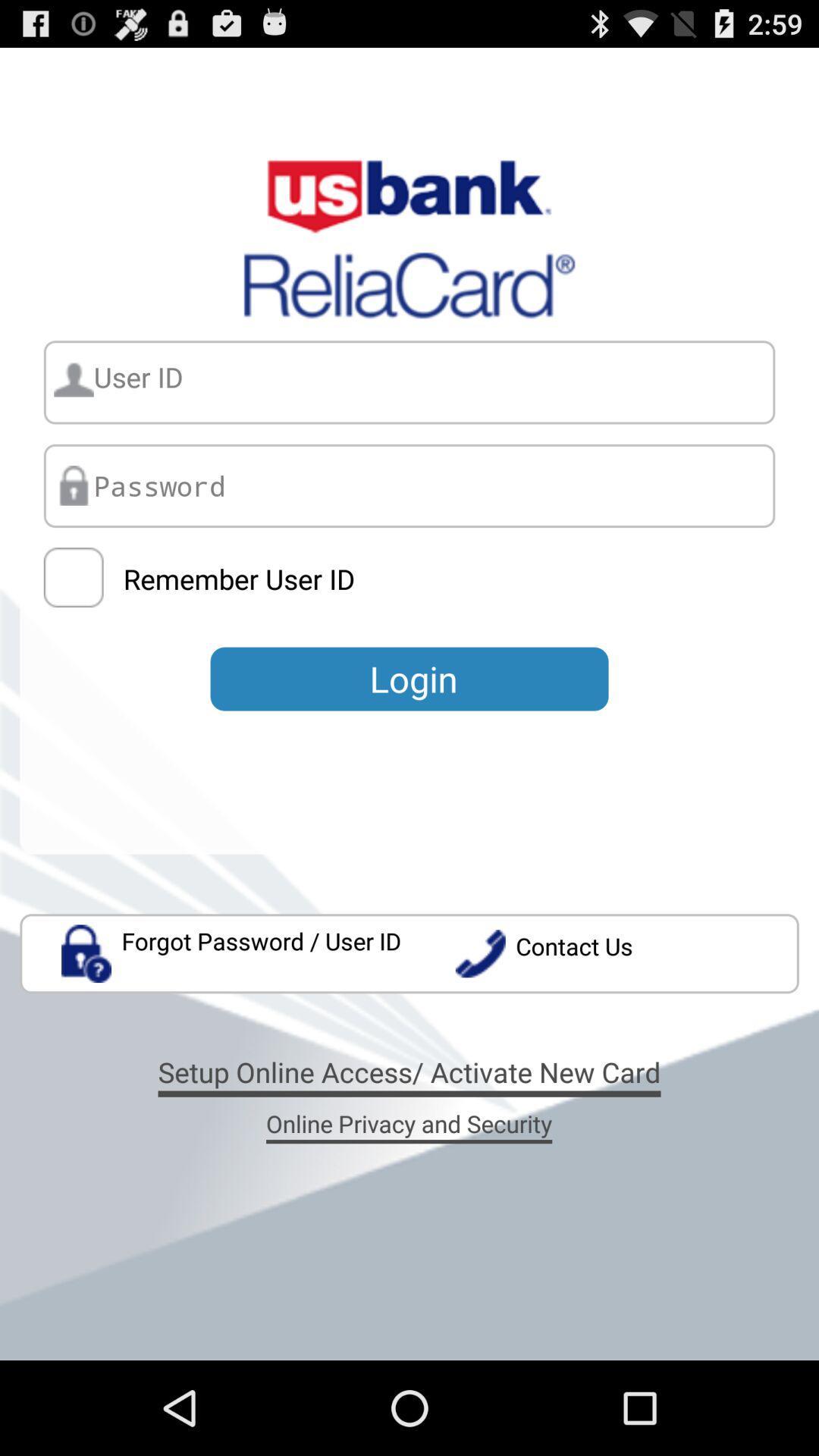  I want to click on the item above forgot password user icon, so click(74, 576).